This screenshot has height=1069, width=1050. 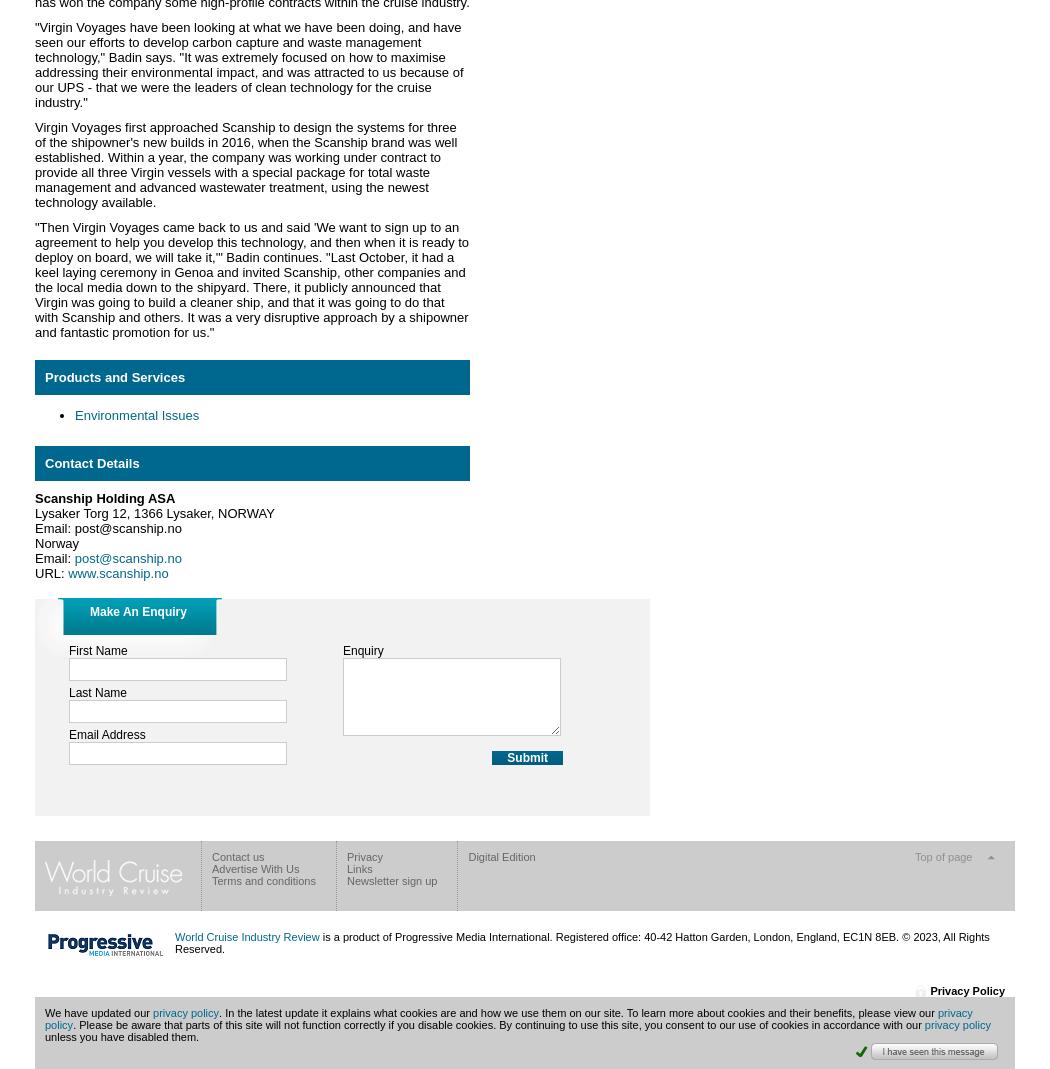 What do you see at coordinates (497, 1024) in the screenshot?
I see `'. Please be aware that parts of this site will not
            function correctly if you disable cookies. By continuing to use this site, you consent
            to our use of cookies in accordance with our'` at bounding box center [497, 1024].